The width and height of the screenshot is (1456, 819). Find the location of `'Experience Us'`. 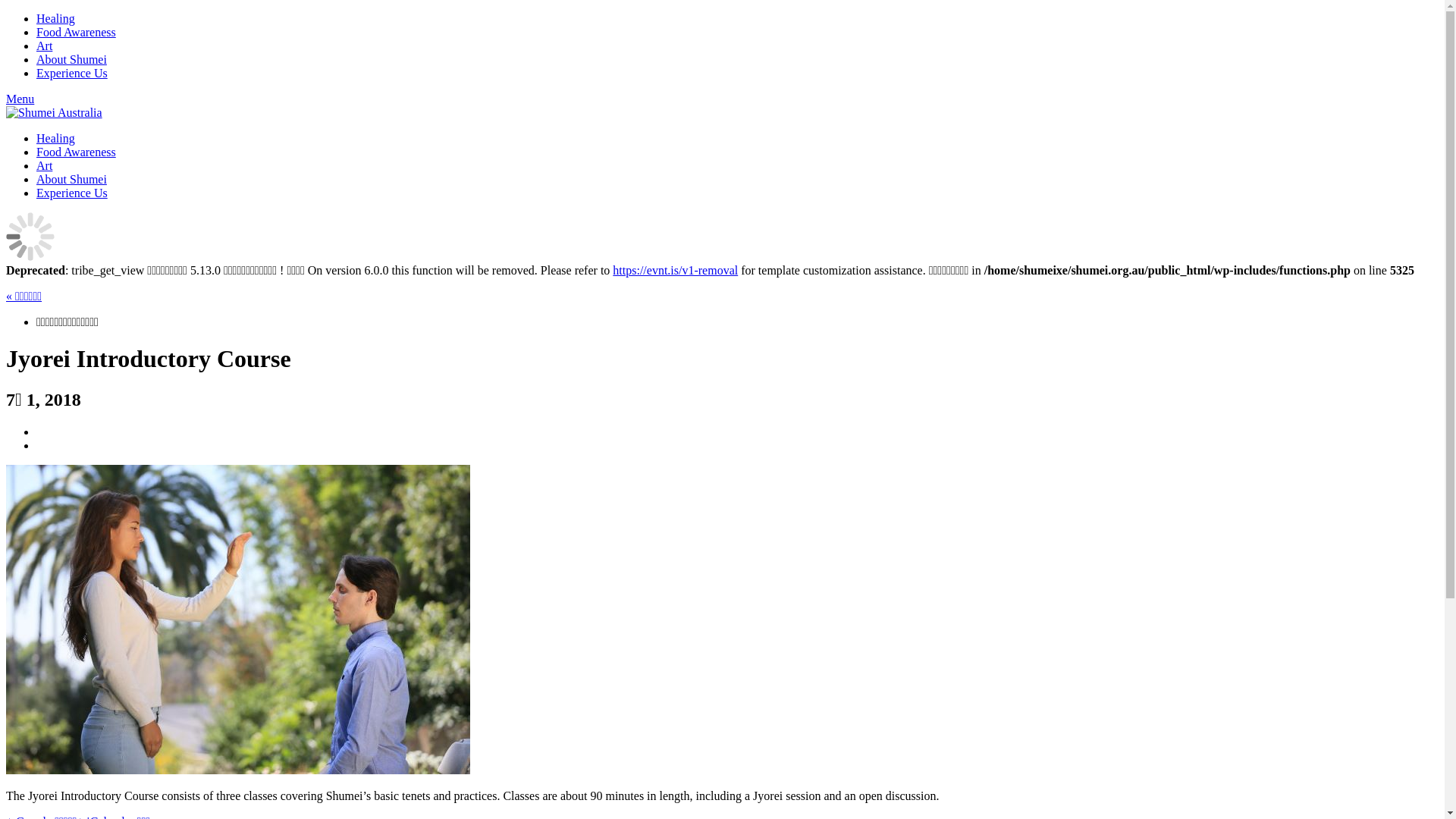

'Experience Us' is located at coordinates (71, 192).